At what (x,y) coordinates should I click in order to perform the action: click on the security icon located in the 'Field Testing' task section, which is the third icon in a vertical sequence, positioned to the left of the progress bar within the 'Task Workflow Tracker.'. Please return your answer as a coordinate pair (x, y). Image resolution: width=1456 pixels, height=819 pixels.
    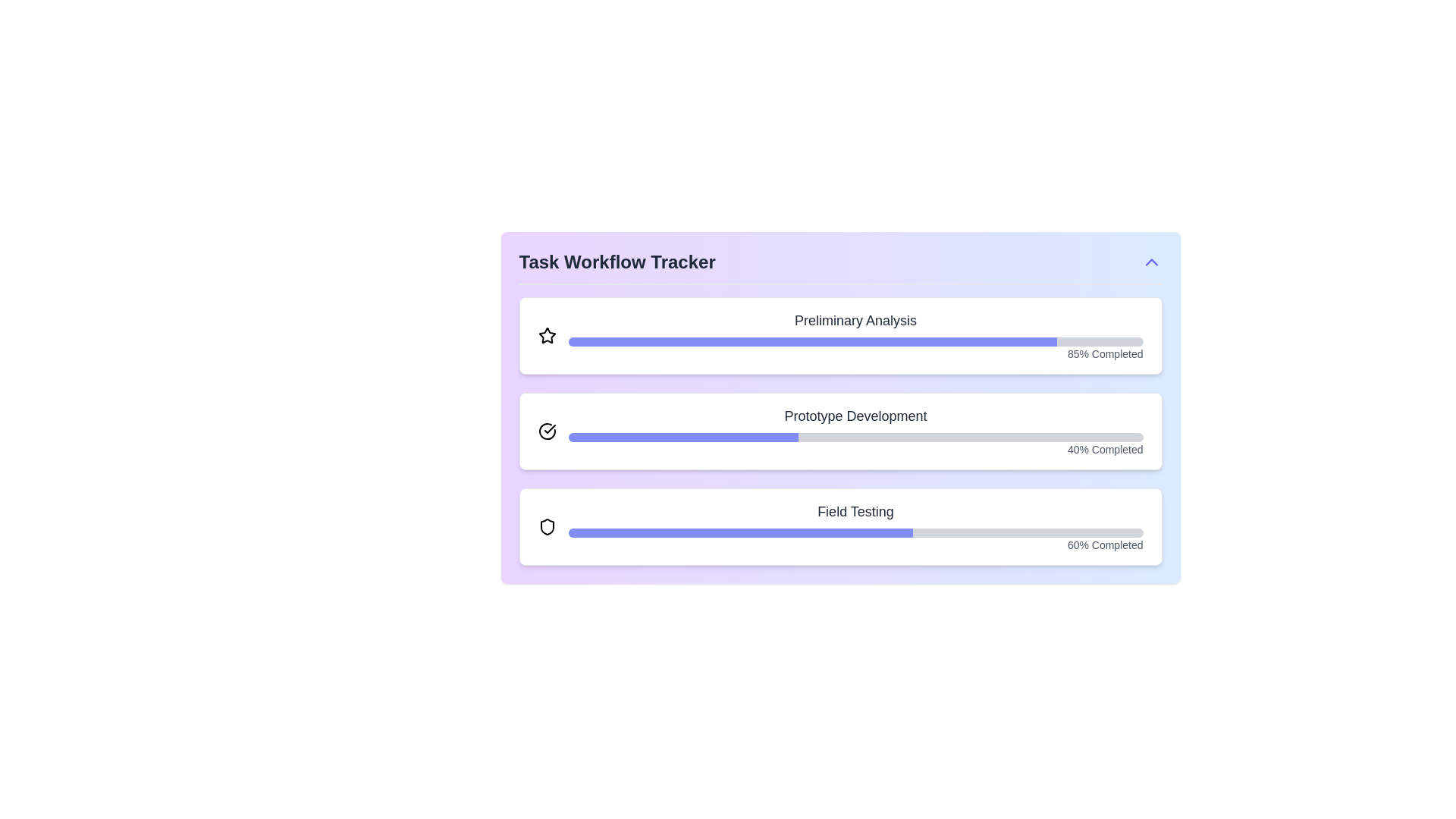
    Looking at the image, I should click on (546, 526).